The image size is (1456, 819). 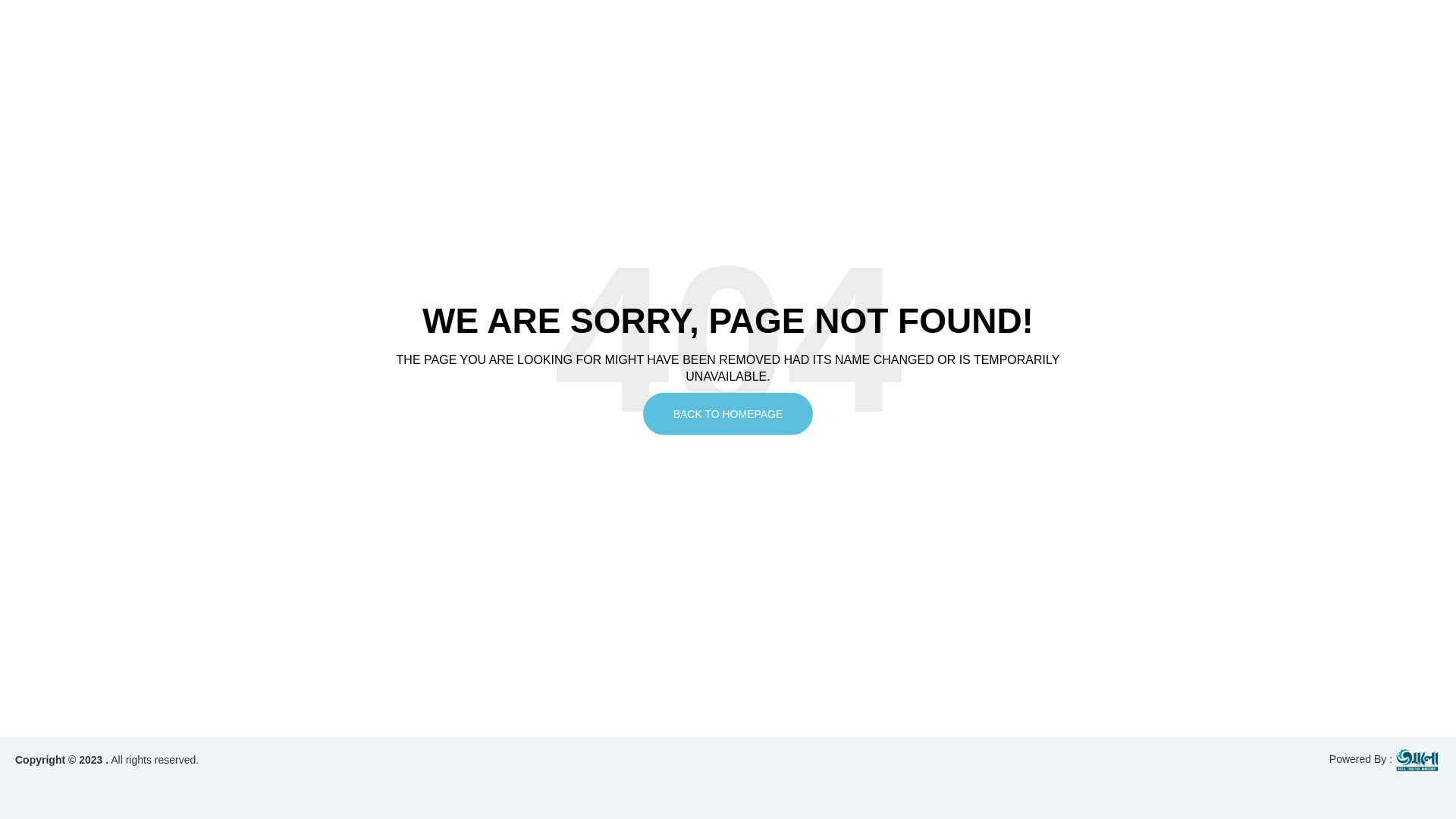 I want to click on 'BACK TO HOMEPAGE', so click(x=643, y=414).